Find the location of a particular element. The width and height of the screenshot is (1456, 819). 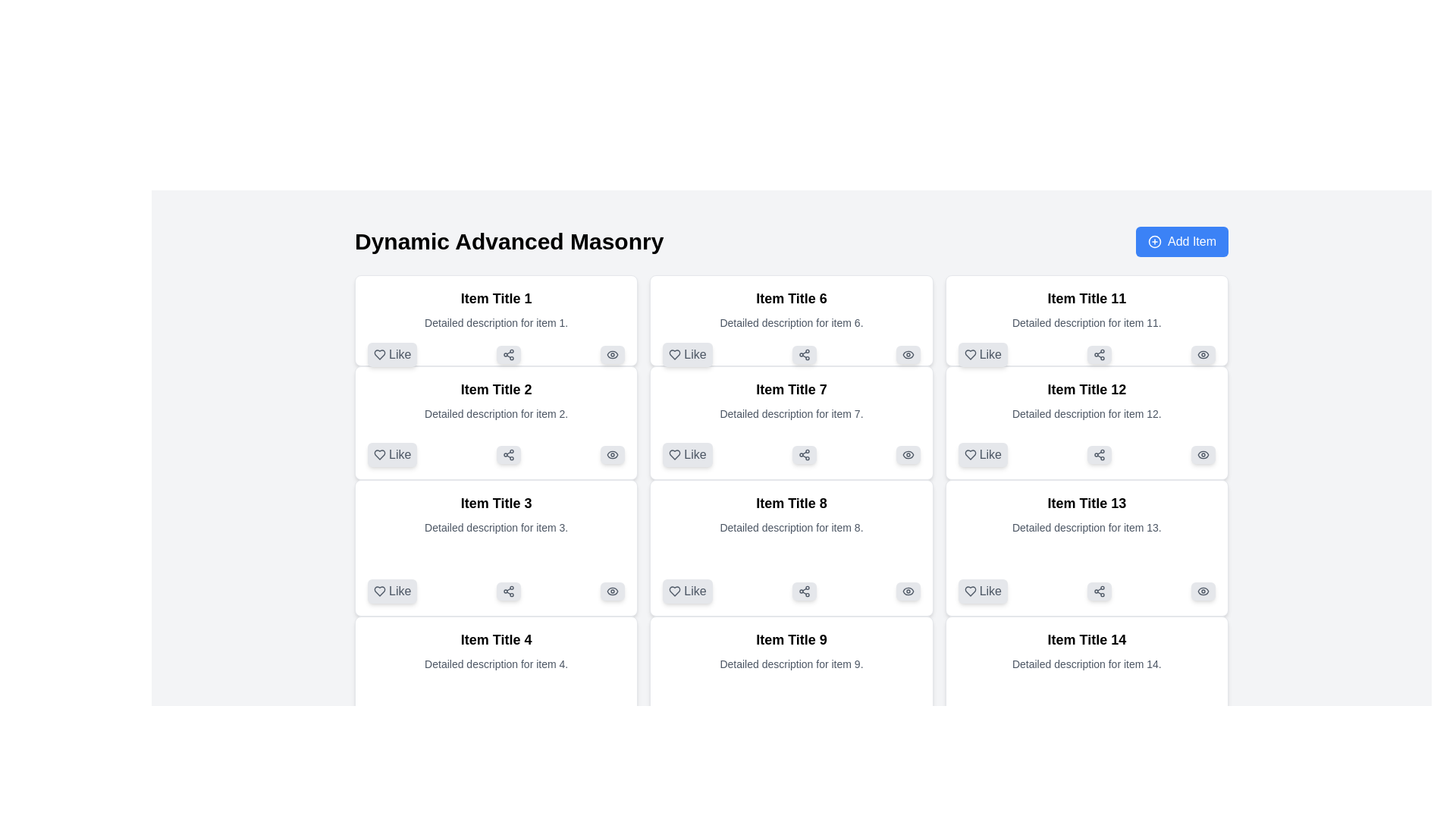

the grey eye-shaped icon located in the bottom-right corner of the card labeled 'Item Title 13' is located at coordinates (1203, 590).